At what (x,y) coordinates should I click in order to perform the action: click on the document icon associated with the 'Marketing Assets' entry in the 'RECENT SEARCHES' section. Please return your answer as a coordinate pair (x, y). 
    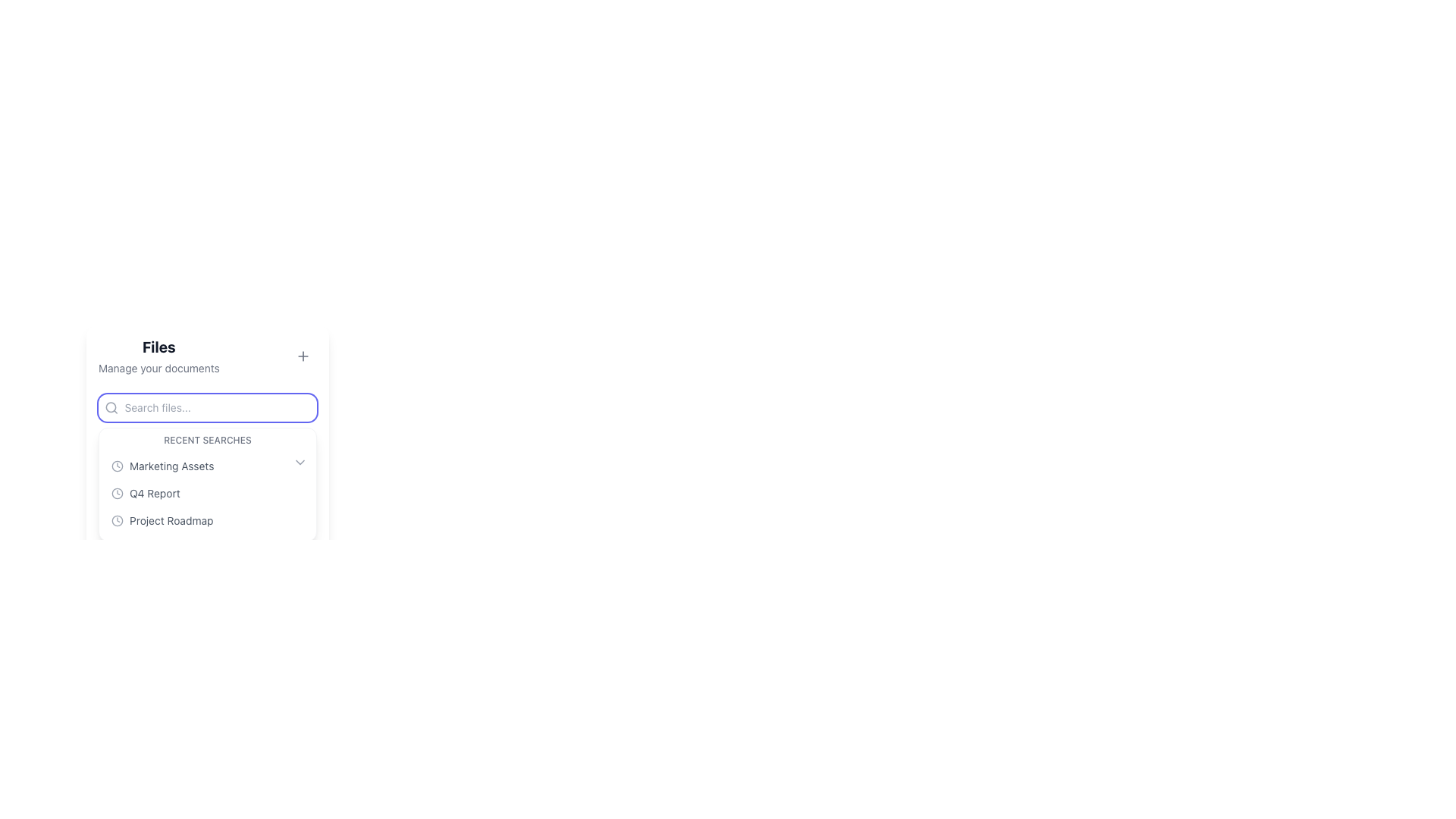
    Looking at the image, I should click on (120, 461).